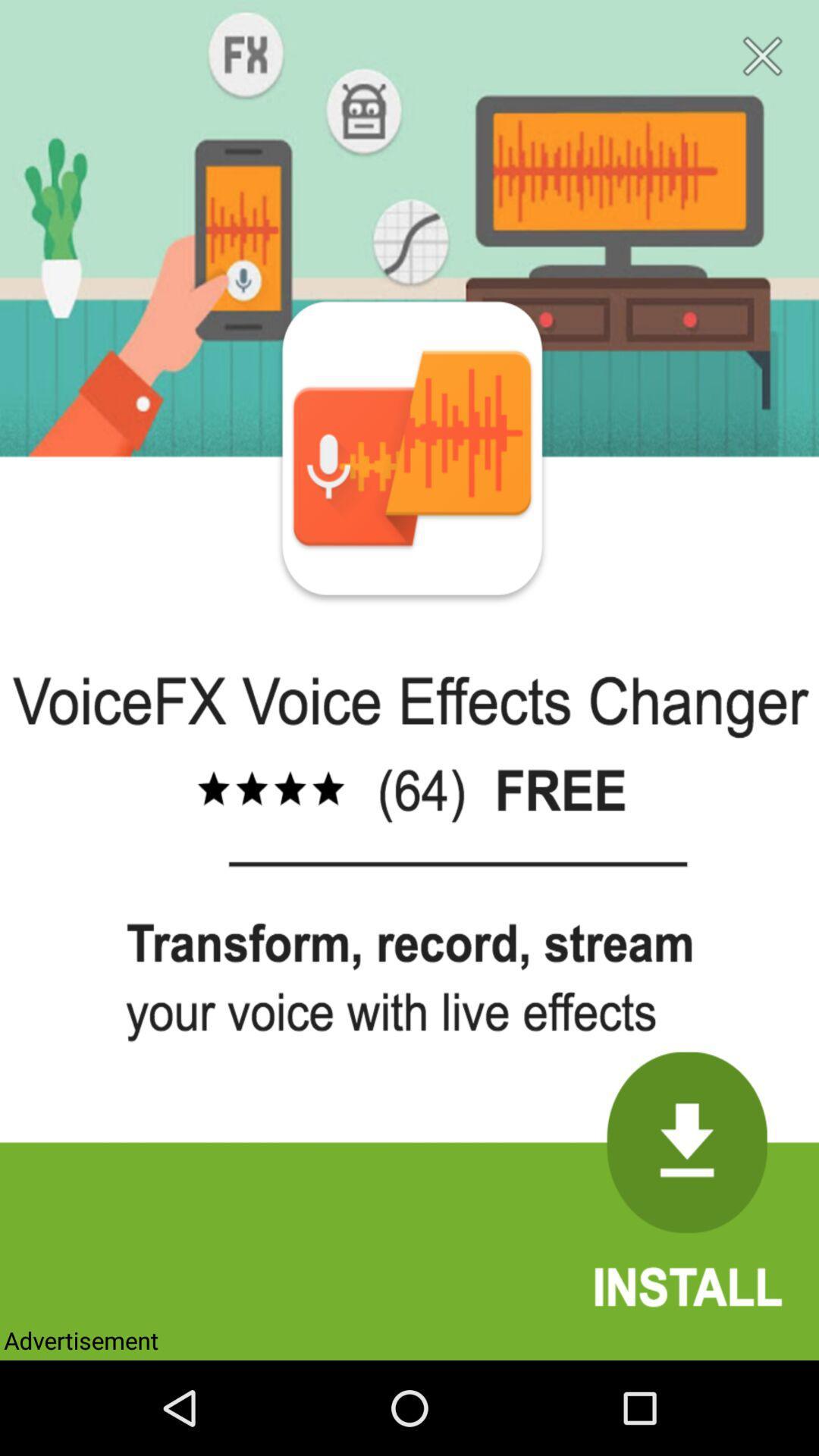  What do you see at coordinates (762, 56) in the screenshot?
I see `close` at bounding box center [762, 56].